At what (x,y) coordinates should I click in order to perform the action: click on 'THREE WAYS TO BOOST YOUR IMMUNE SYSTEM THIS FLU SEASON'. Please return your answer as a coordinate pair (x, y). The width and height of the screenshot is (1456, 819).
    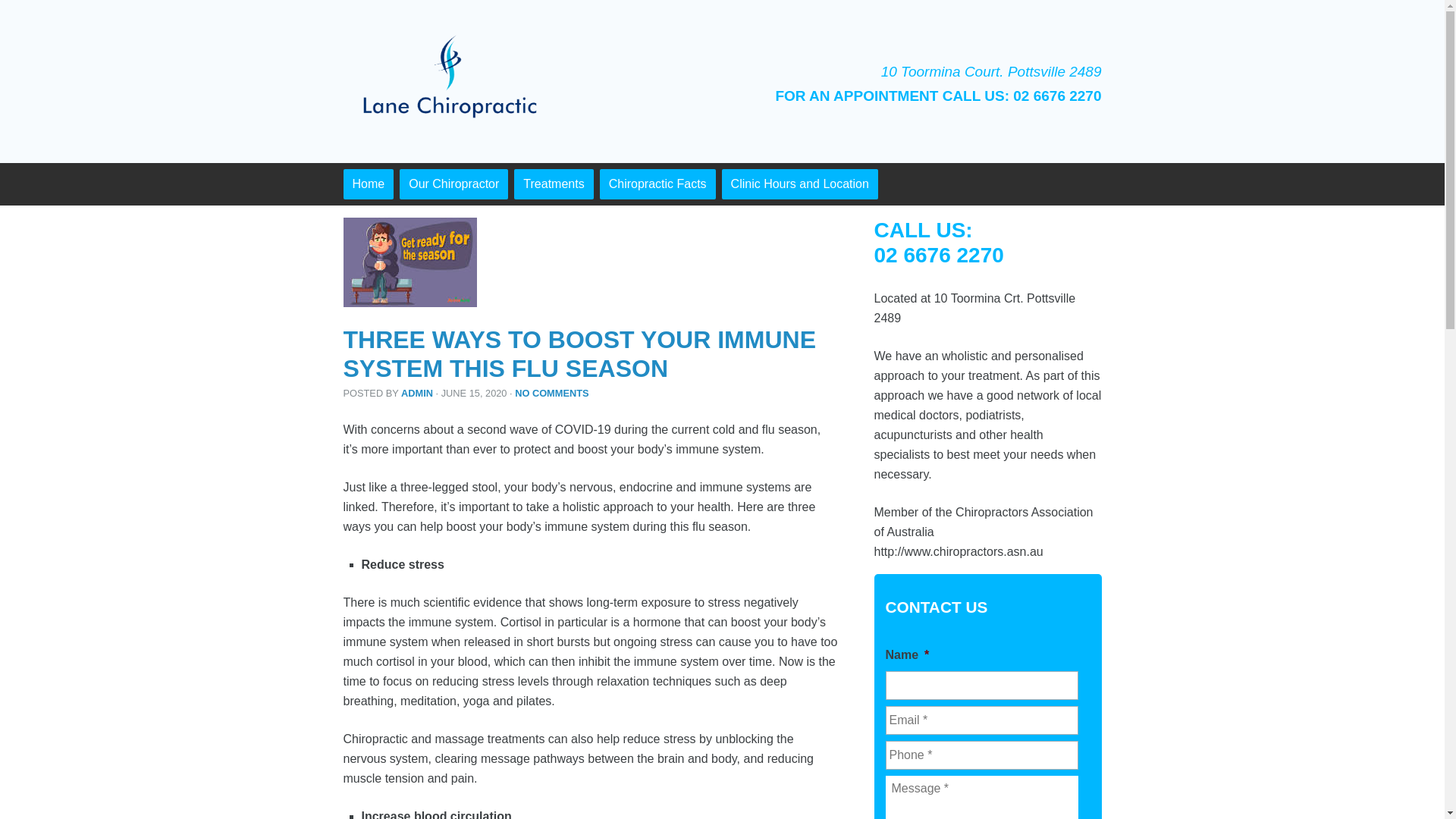
    Looking at the image, I should click on (578, 353).